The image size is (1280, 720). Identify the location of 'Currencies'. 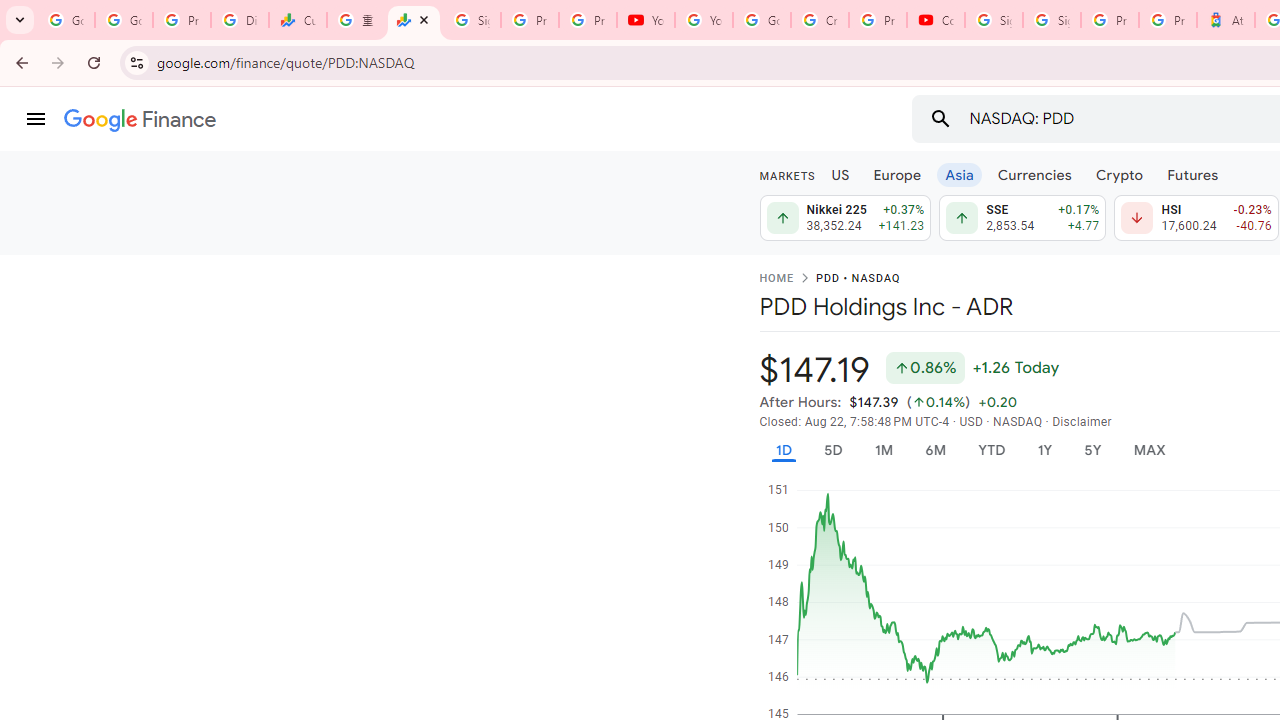
(1034, 173).